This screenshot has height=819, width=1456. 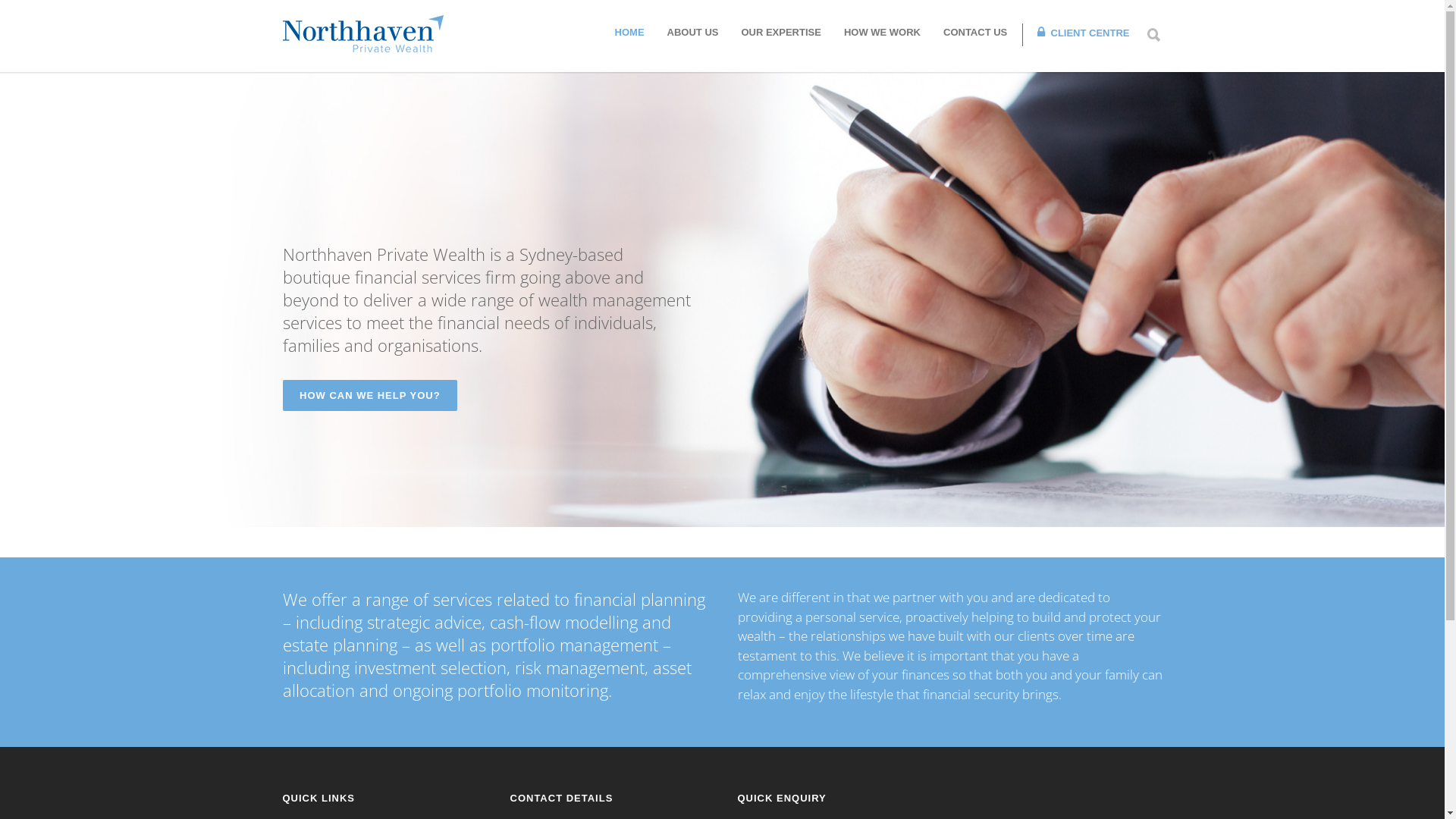 I want to click on 'HOW WE WORK', so click(x=832, y=32).